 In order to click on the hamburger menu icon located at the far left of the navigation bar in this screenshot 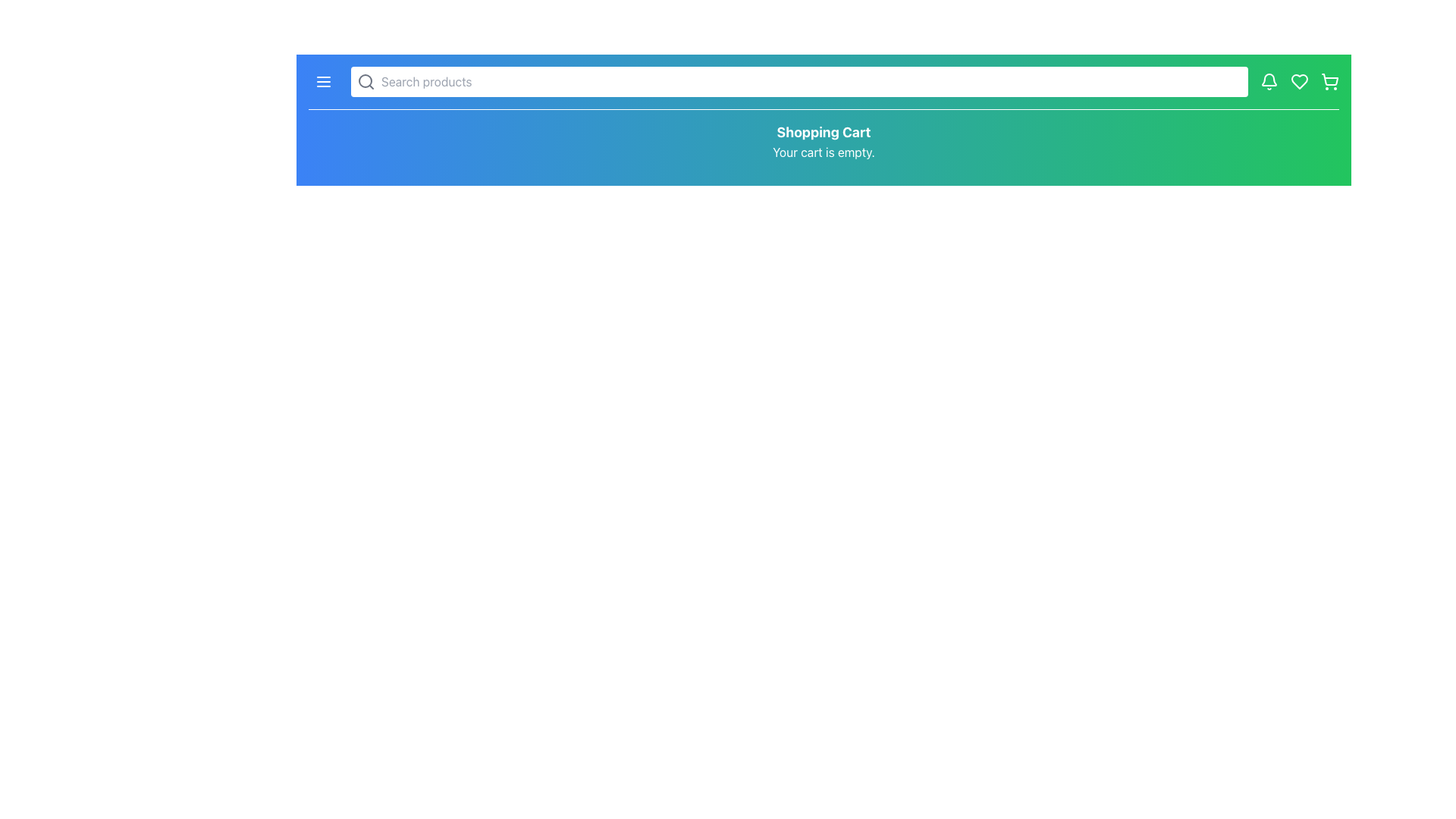, I will do `click(323, 82)`.